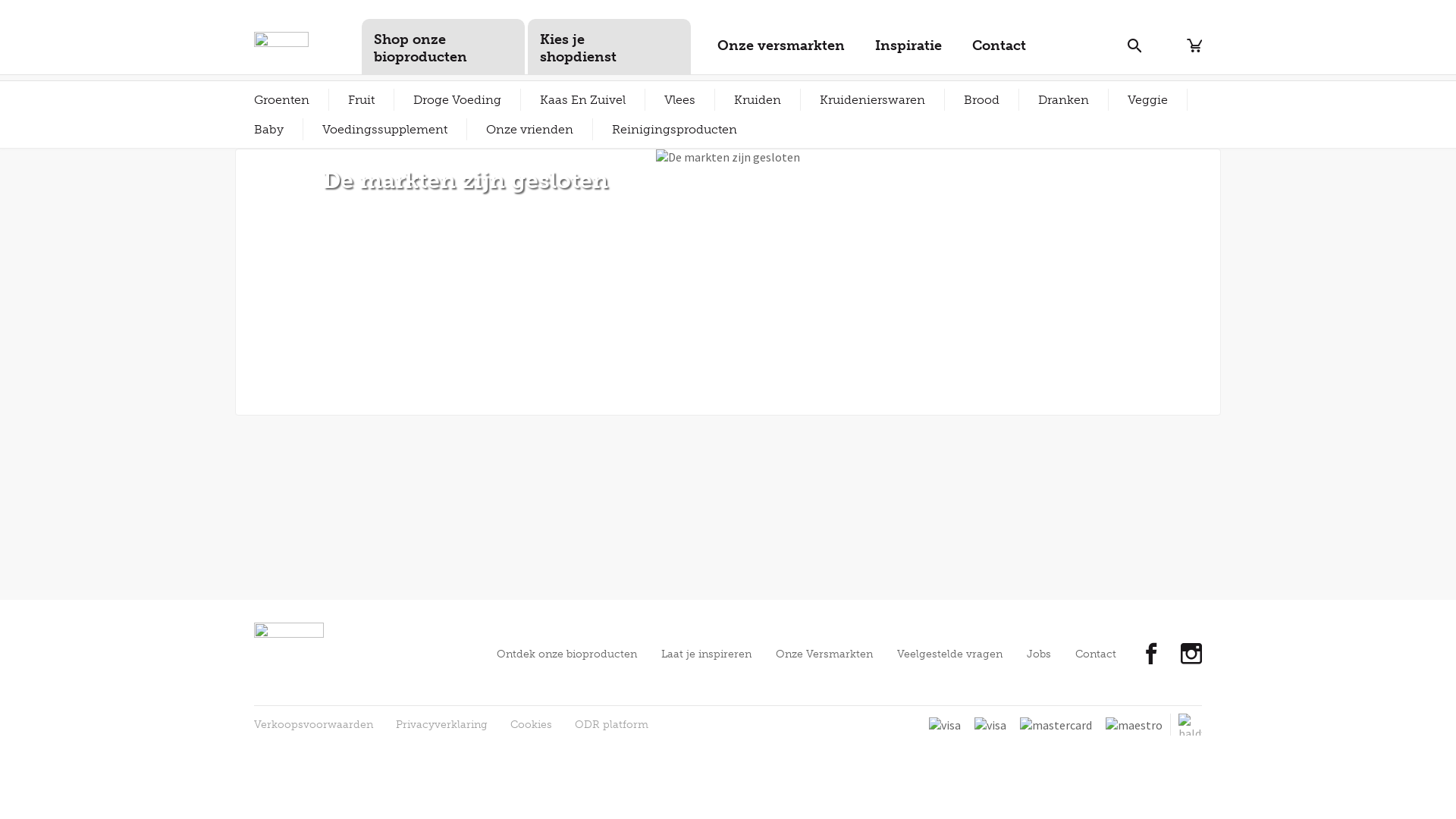 The height and width of the screenshot is (819, 1456). What do you see at coordinates (872, 99) in the screenshot?
I see `'Kruidenierswaren'` at bounding box center [872, 99].